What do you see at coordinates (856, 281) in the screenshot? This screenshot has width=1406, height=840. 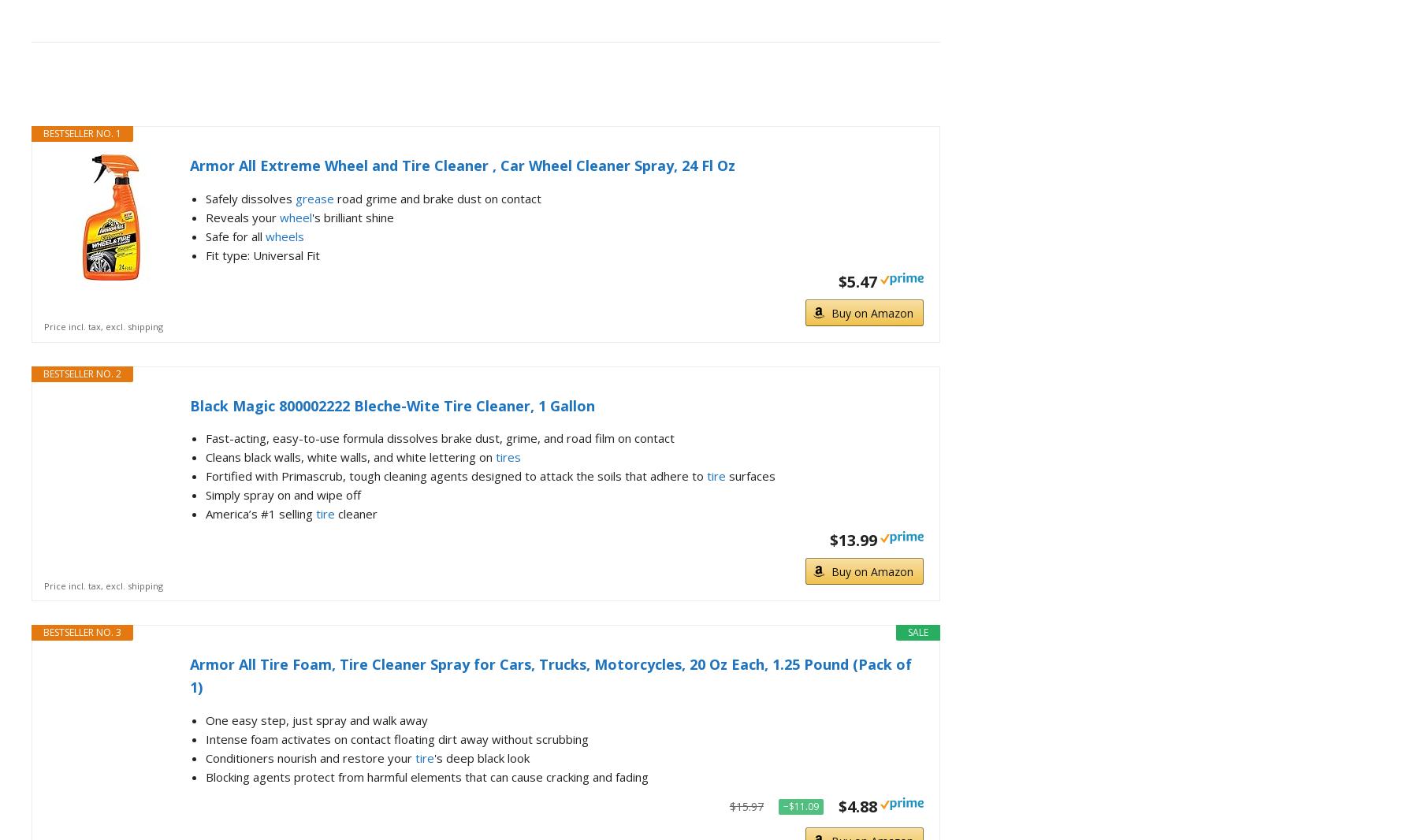 I see `'$5.47'` at bounding box center [856, 281].